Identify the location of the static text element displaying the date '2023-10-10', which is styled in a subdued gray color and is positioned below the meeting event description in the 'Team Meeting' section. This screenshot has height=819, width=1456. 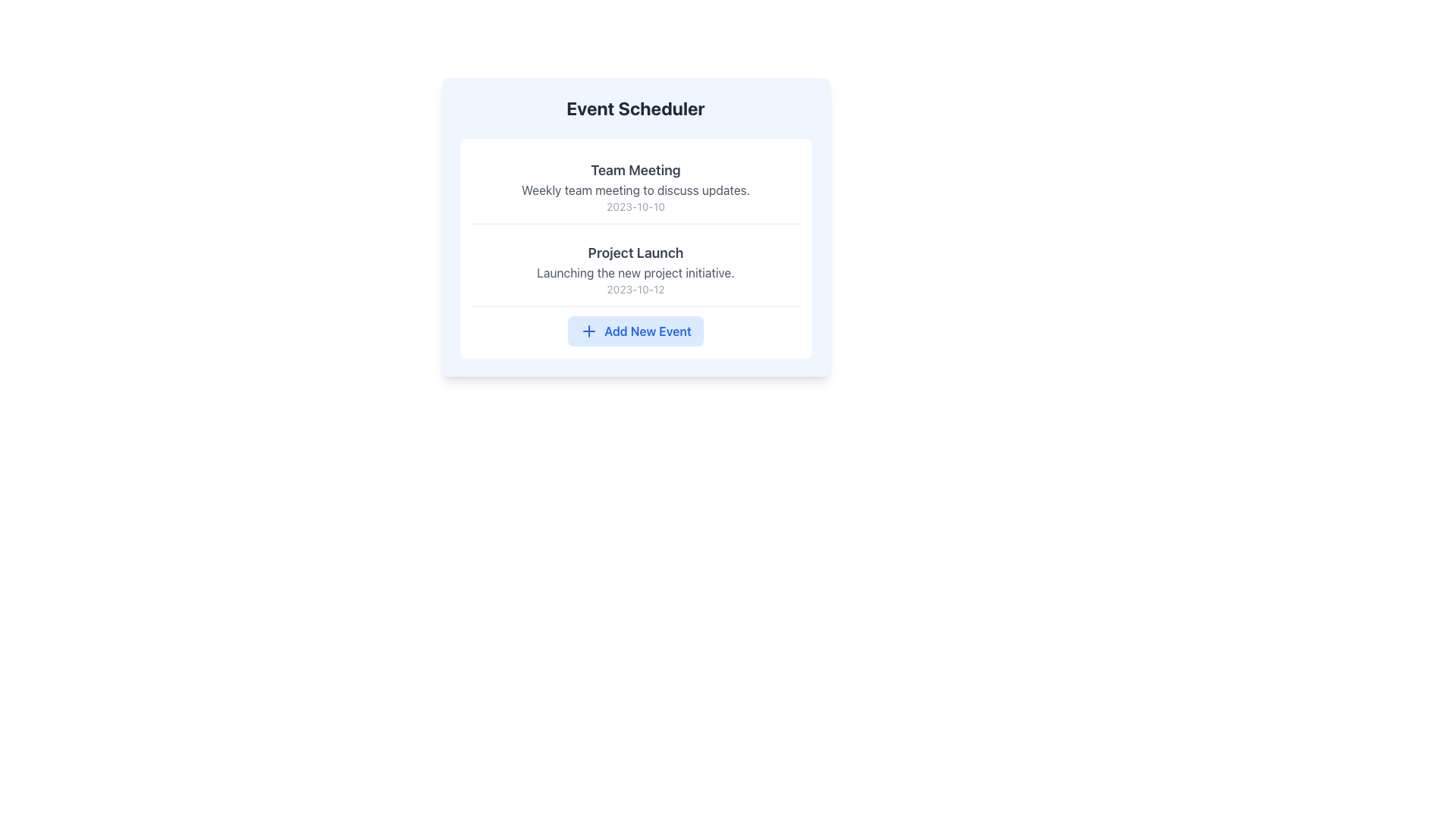
(635, 207).